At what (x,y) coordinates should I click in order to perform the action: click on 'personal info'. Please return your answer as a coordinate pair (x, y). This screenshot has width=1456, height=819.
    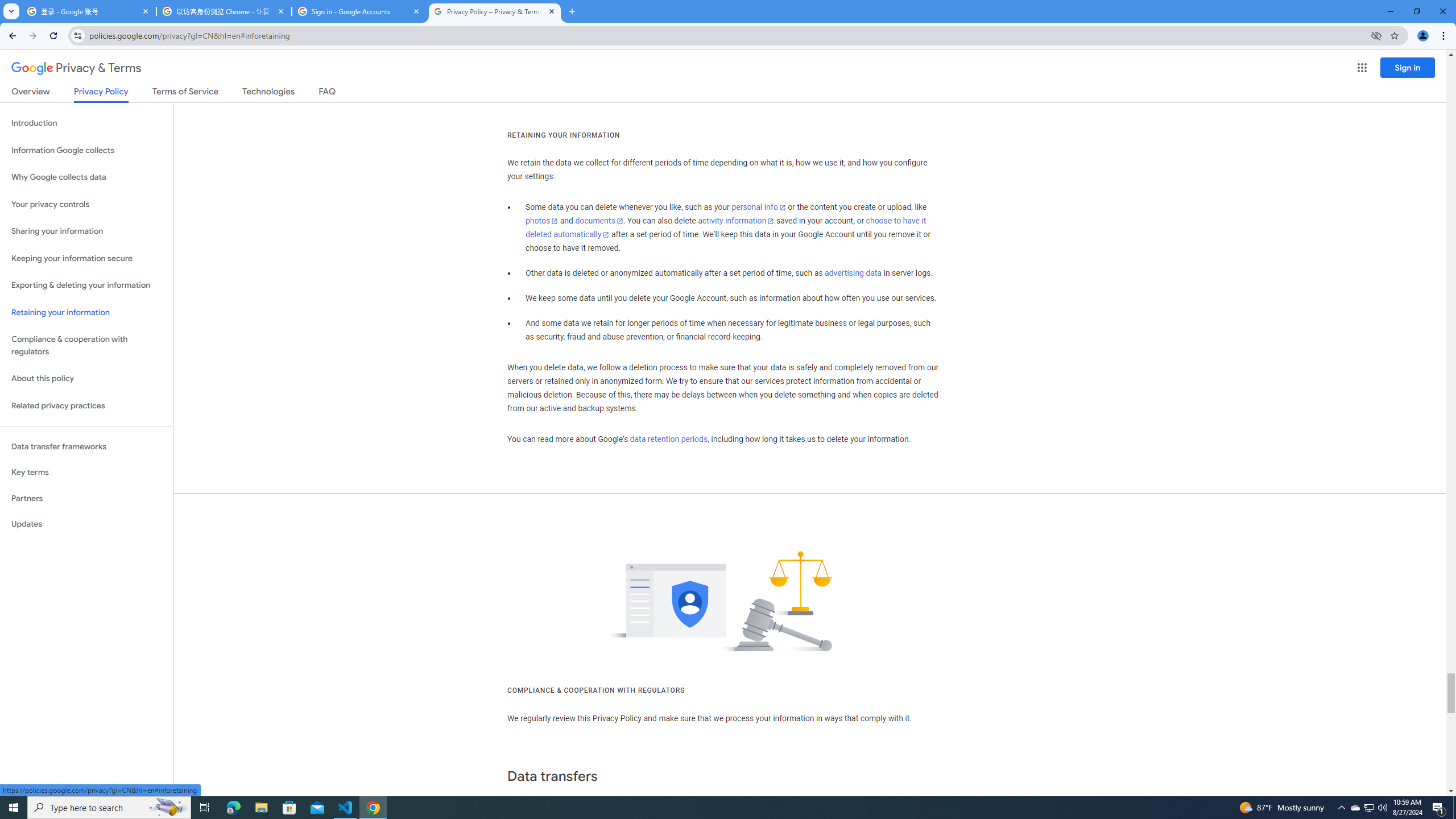
    Looking at the image, I should click on (758, 207).